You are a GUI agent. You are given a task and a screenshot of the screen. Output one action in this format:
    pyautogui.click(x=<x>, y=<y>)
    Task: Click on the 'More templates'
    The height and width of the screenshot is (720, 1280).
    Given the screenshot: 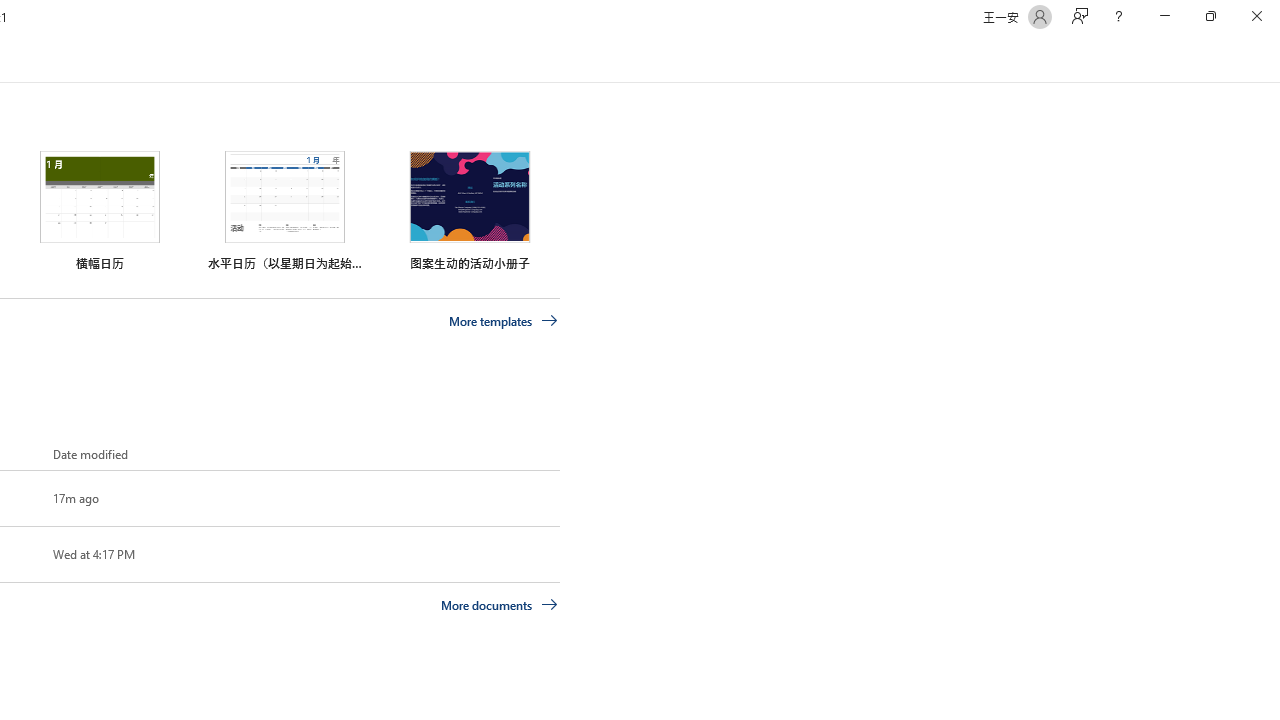 What is the action you would take?
    pyautogui.click(x=503, y=320)
    